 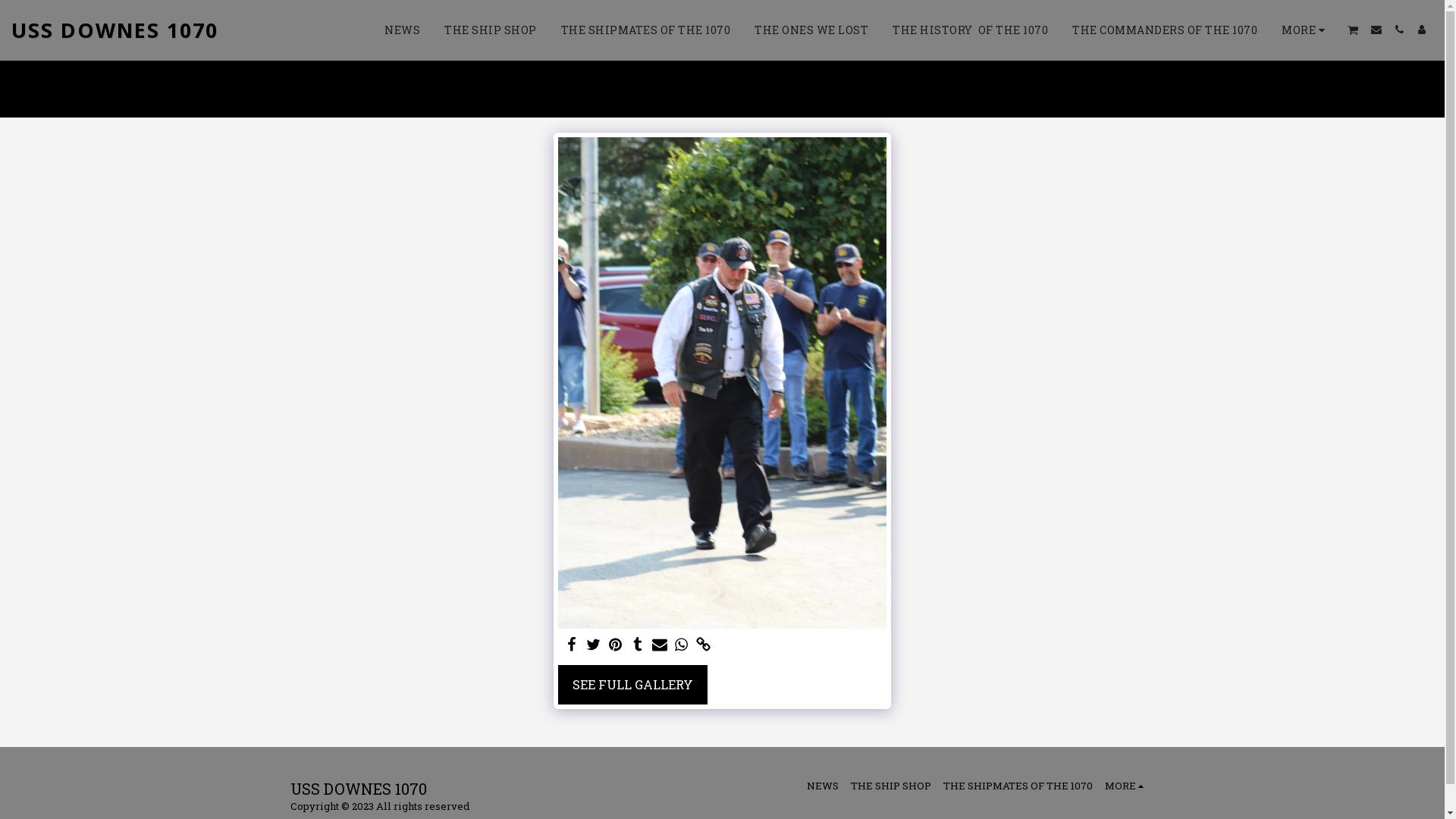 What do you see at coordinates (593, 645) in the screenshot?
I see `'Tweet'` at bounding box center [593, 645].